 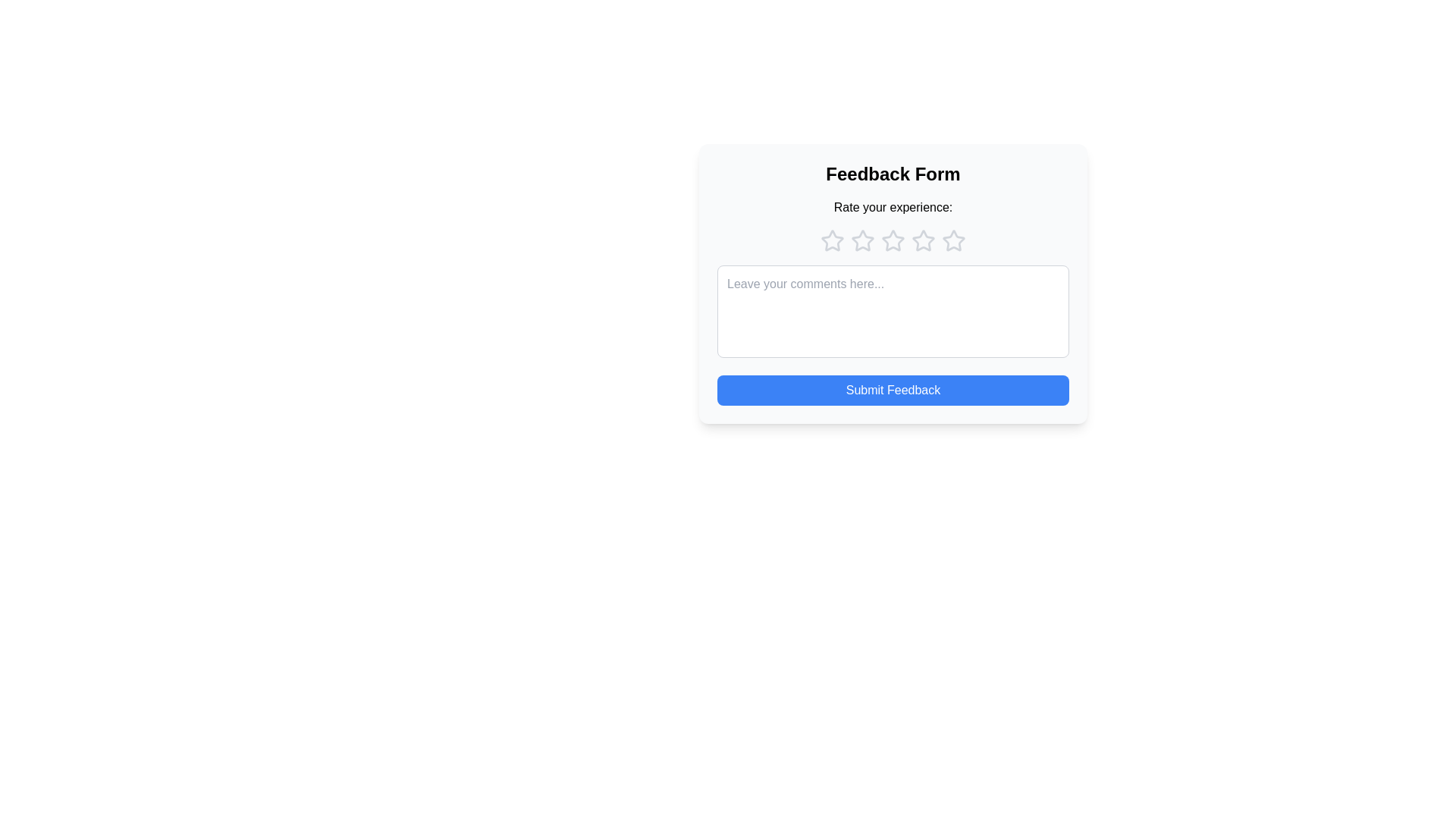 What do you see at coordinates (832, 240) in the screenshot?
I see `the first star in the horizontal row of rating stars to register the lowest score in the rating system, located below the 'Rate your experience' label in the feedback form` at bounding box center [832, 240].